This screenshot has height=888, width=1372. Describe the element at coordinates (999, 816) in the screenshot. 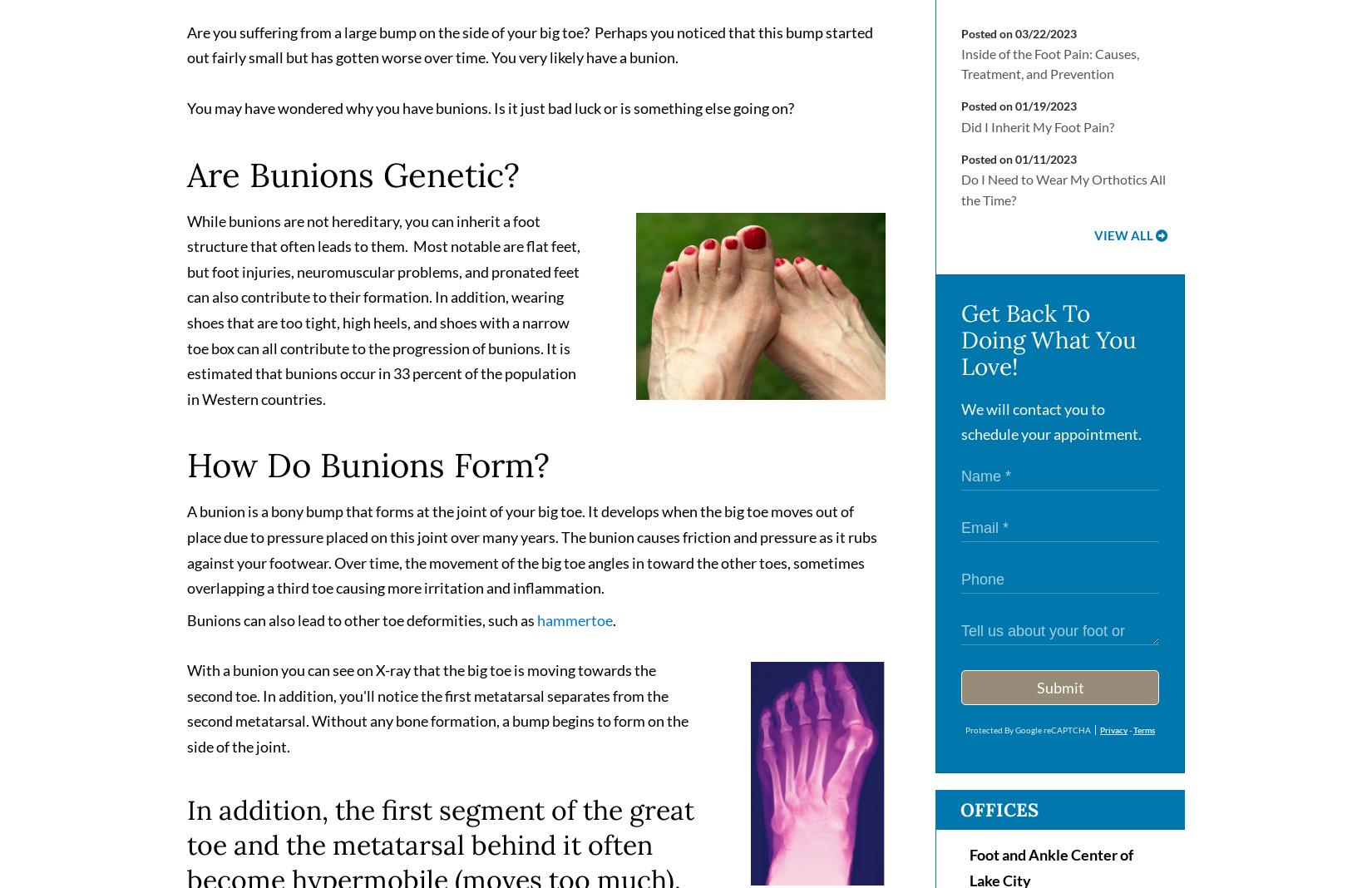

I see `'Offices'` at that location.